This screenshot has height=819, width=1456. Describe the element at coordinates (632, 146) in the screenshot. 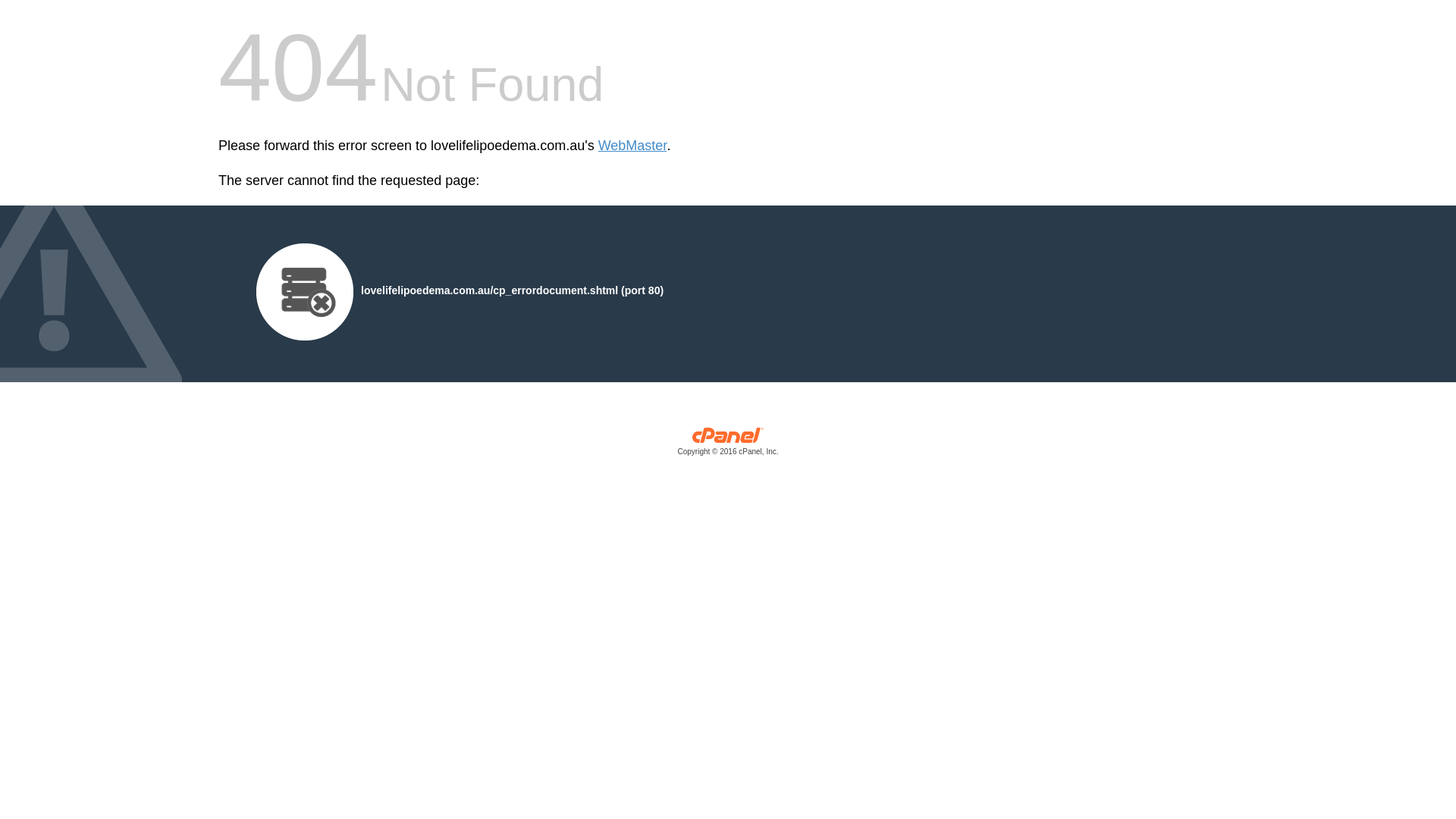

I see `'WebMaster'` at that location.